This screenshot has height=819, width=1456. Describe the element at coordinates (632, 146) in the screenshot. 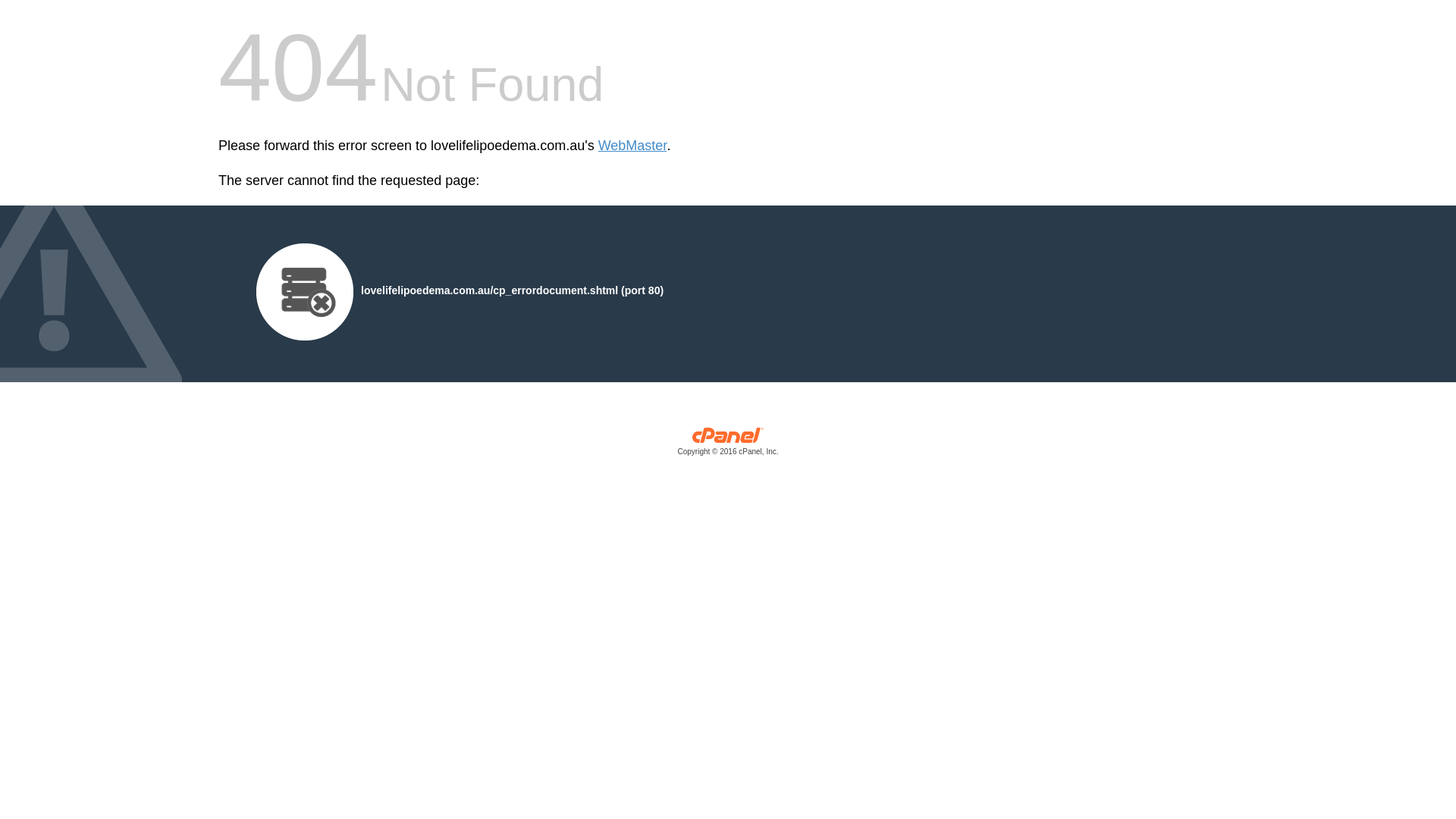

I see `'WebMaster'` at that location.